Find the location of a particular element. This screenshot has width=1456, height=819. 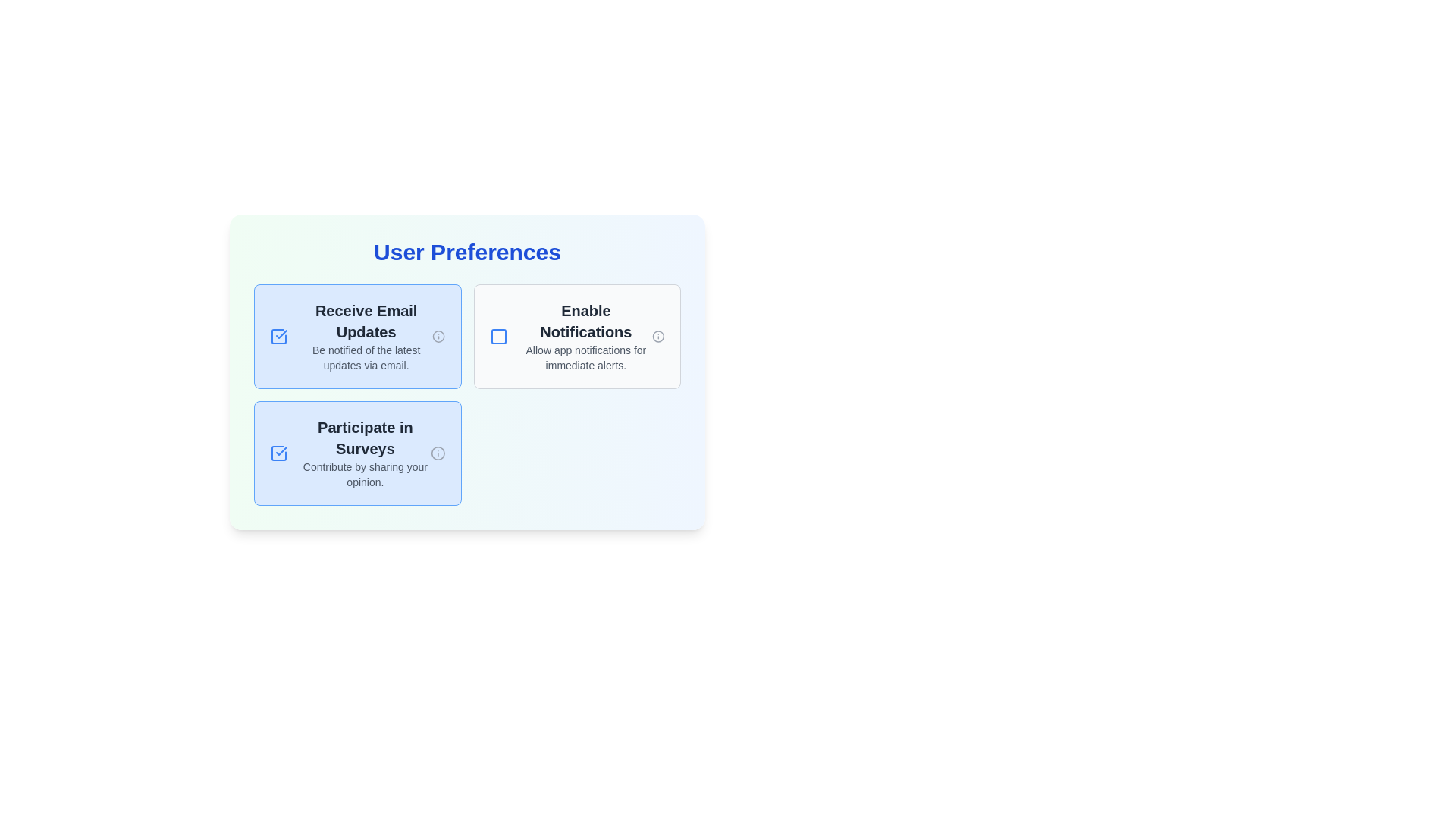

the SVG circular vector graphic representing part of the information icon next to the 'Enable Notifications' text is located at coordinates (437, 452).